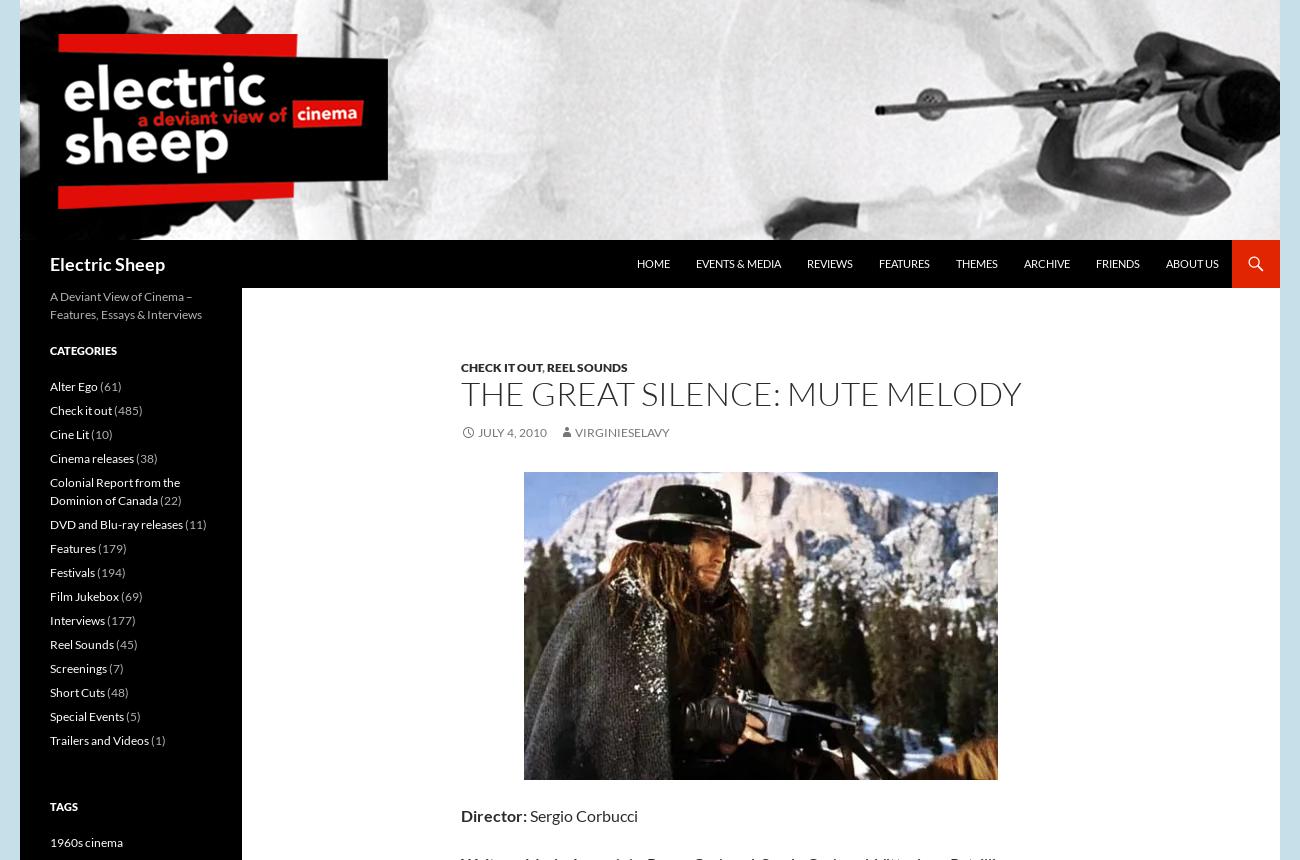 The width and height of the screenshot is (1300, 860). What do you see at coordinates (622, 432) in the screenshot?
I see `'VirginieSelavy'` at bounding box center [622, 432].